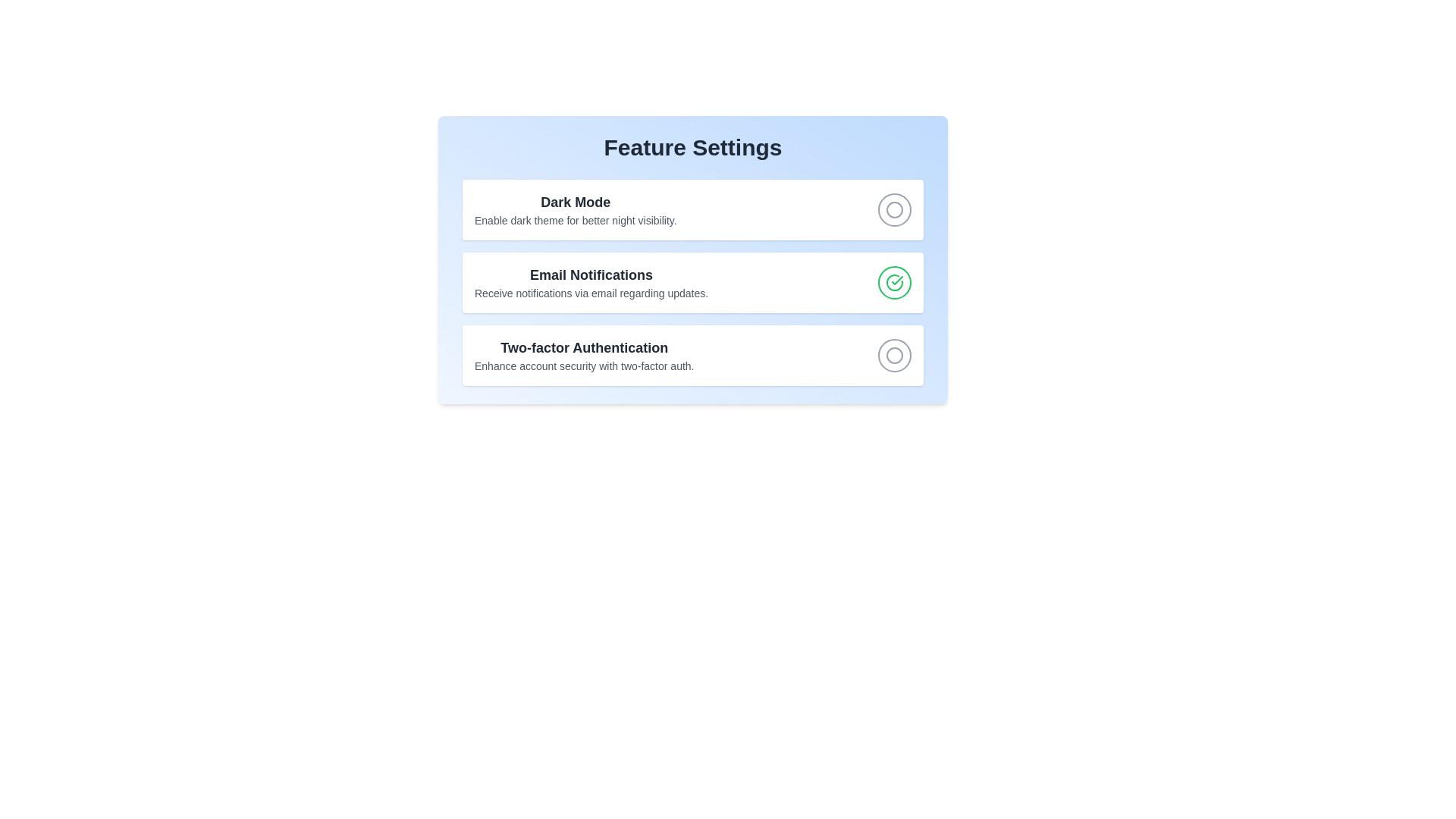 This screenshot has width=1456, height=819. I want to click on the circular icon with a green outline and checkmark symbol located next to 'Email Notifications' in the settings list, so click(895, 283).